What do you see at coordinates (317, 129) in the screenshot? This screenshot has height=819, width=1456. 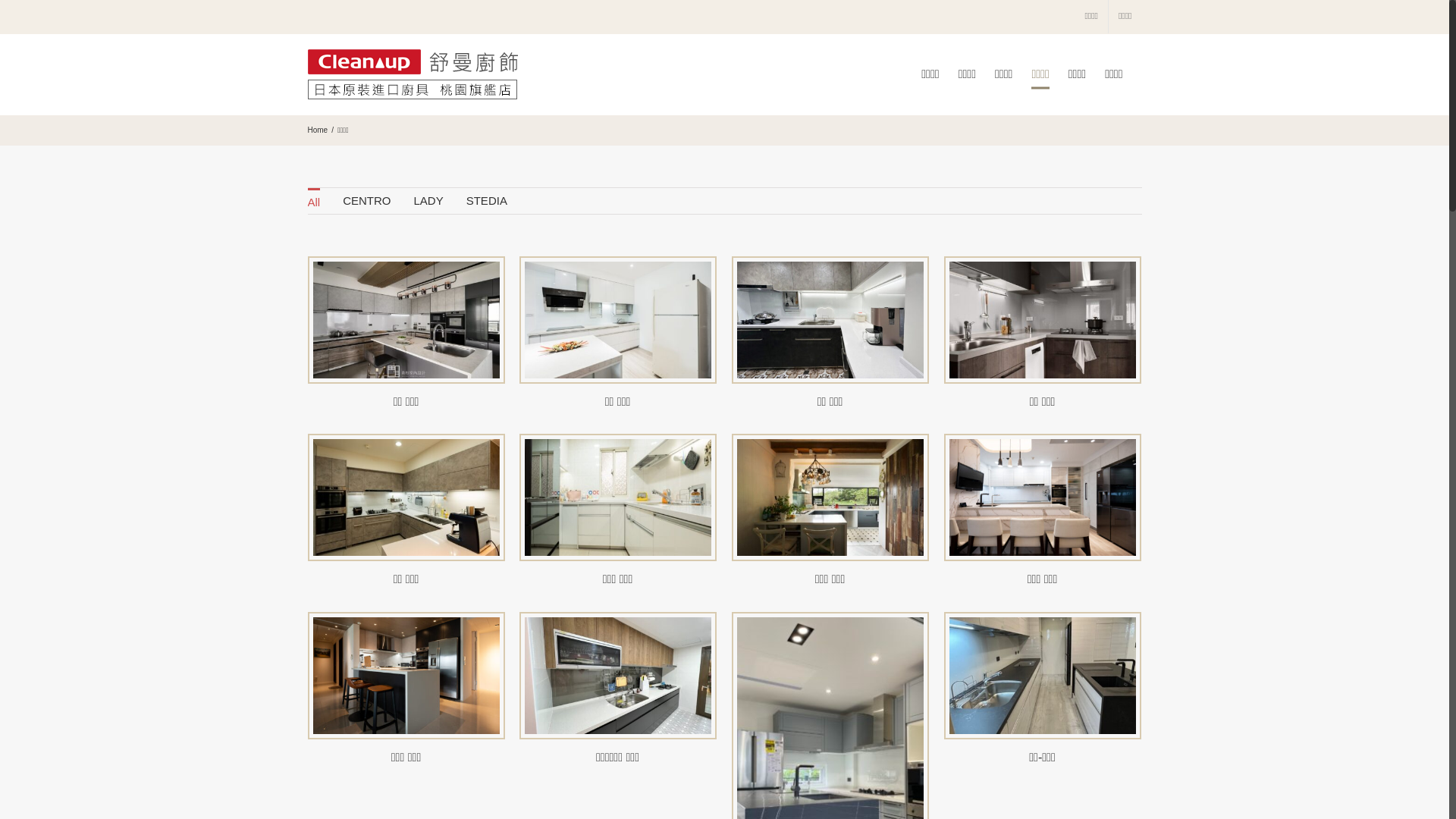 I see `'Home'` at bounding box center [317, 129].